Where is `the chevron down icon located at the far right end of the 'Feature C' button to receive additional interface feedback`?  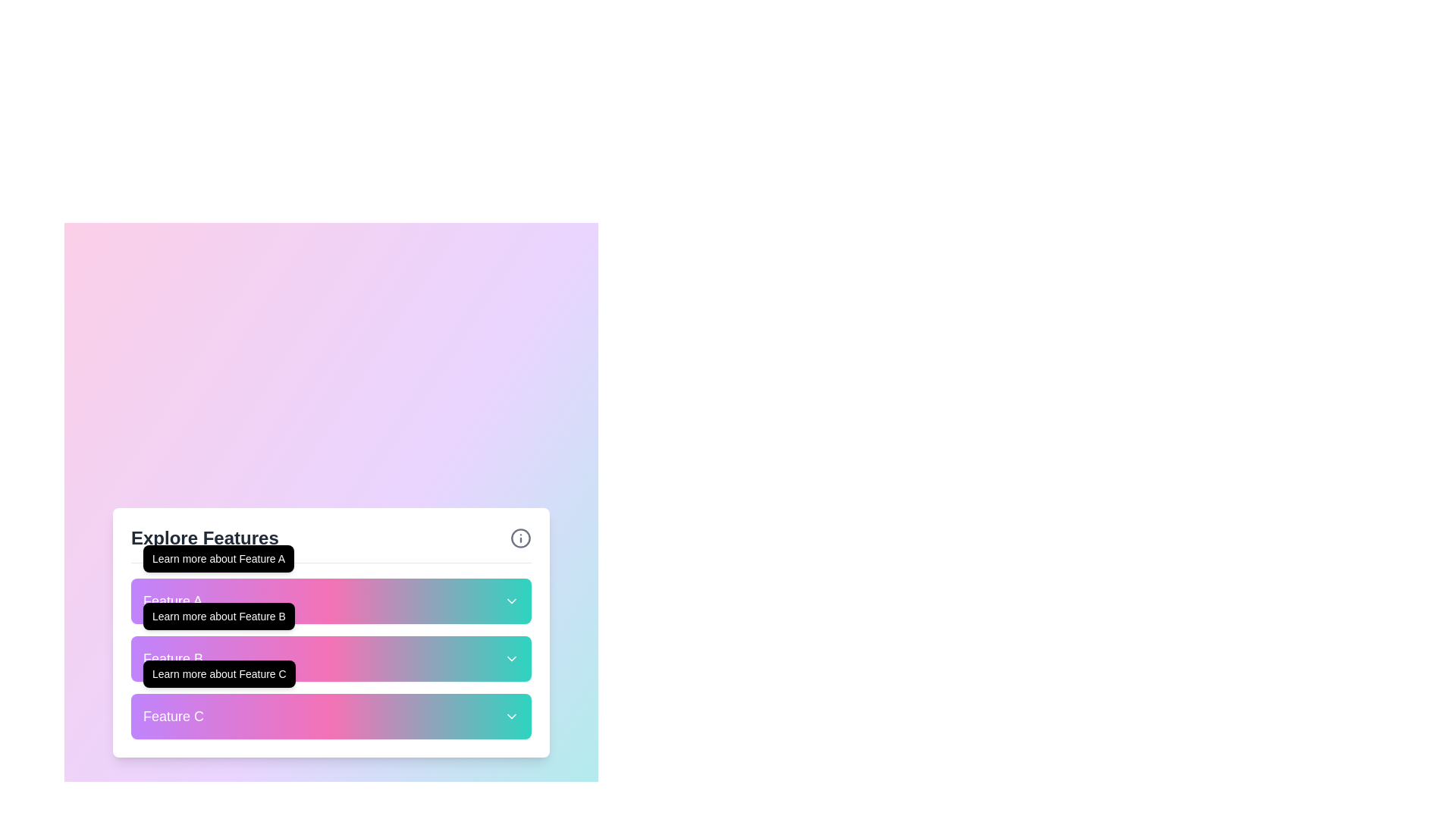 the chevron down icon located at the far right end of the 'Feature C' button to receive additional interface feedback is located at coordinates (512, 716).